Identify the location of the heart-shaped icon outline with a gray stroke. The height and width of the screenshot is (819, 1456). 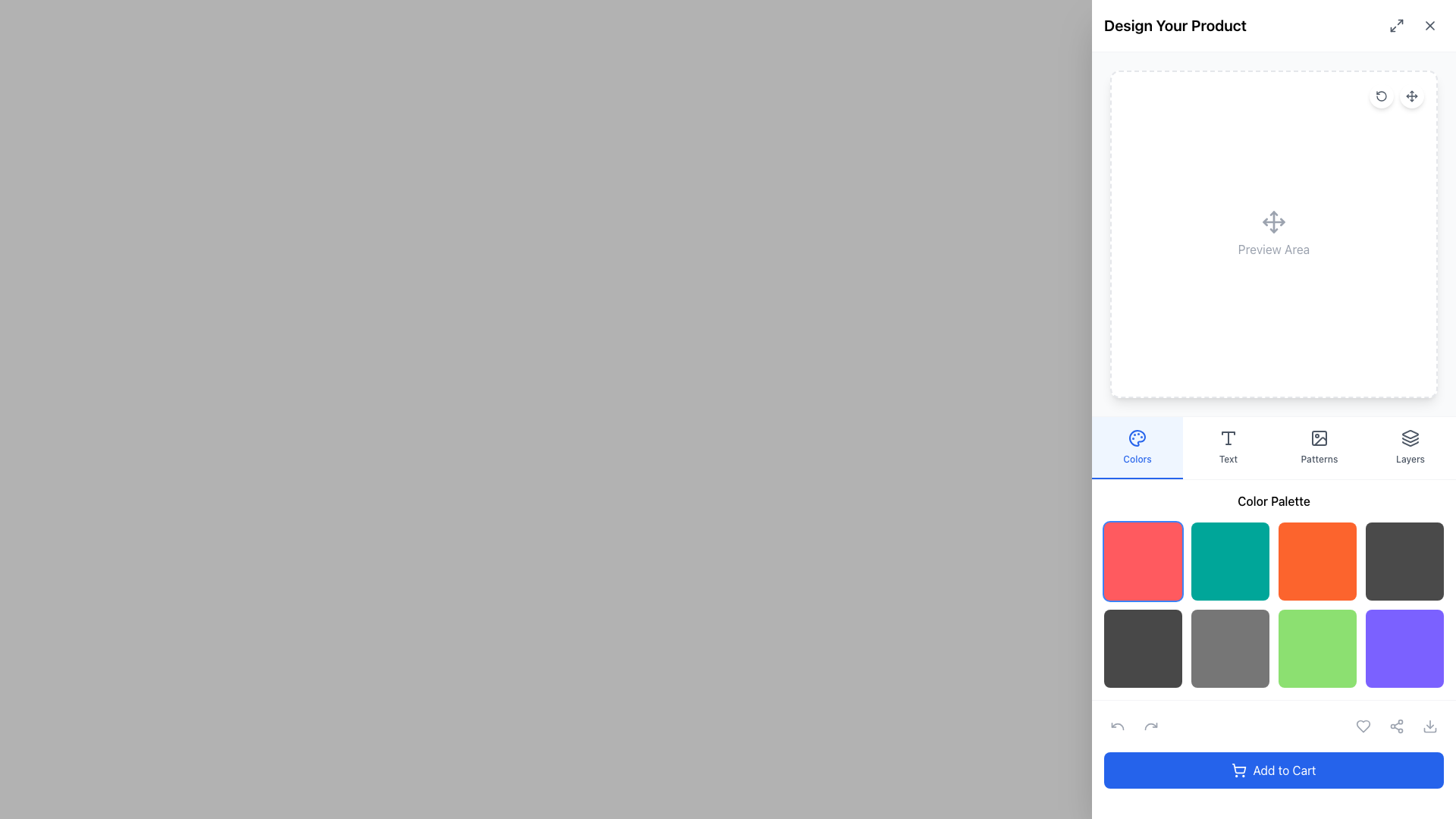
(1363, 725).